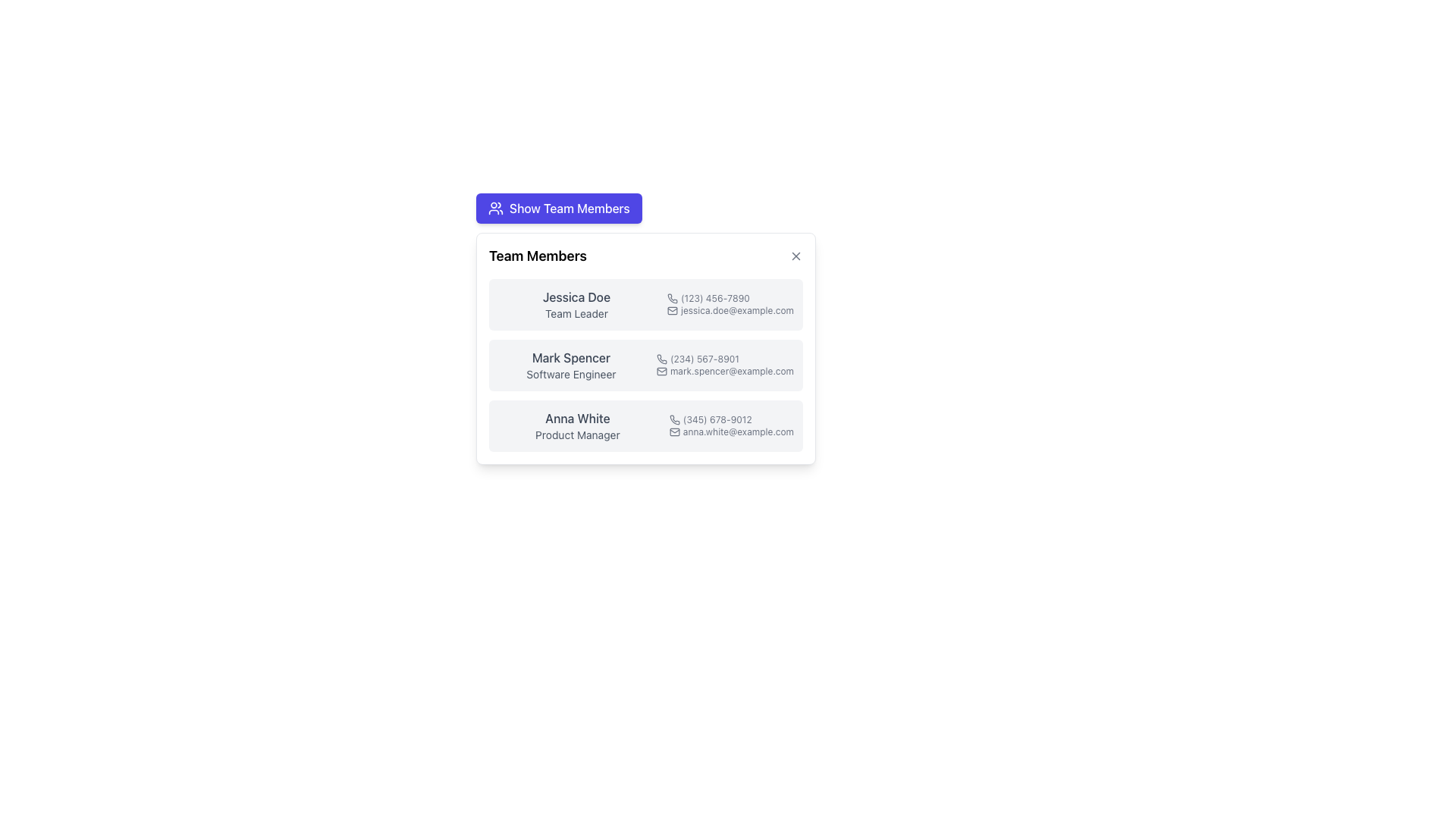  What do you see at coordinates (576, 304) in the screenshot?
I see `the text display showing 'Jessica Doe' and 'Team Leader' in the upper left corner of the contact card` at bounding box center [576, 304].